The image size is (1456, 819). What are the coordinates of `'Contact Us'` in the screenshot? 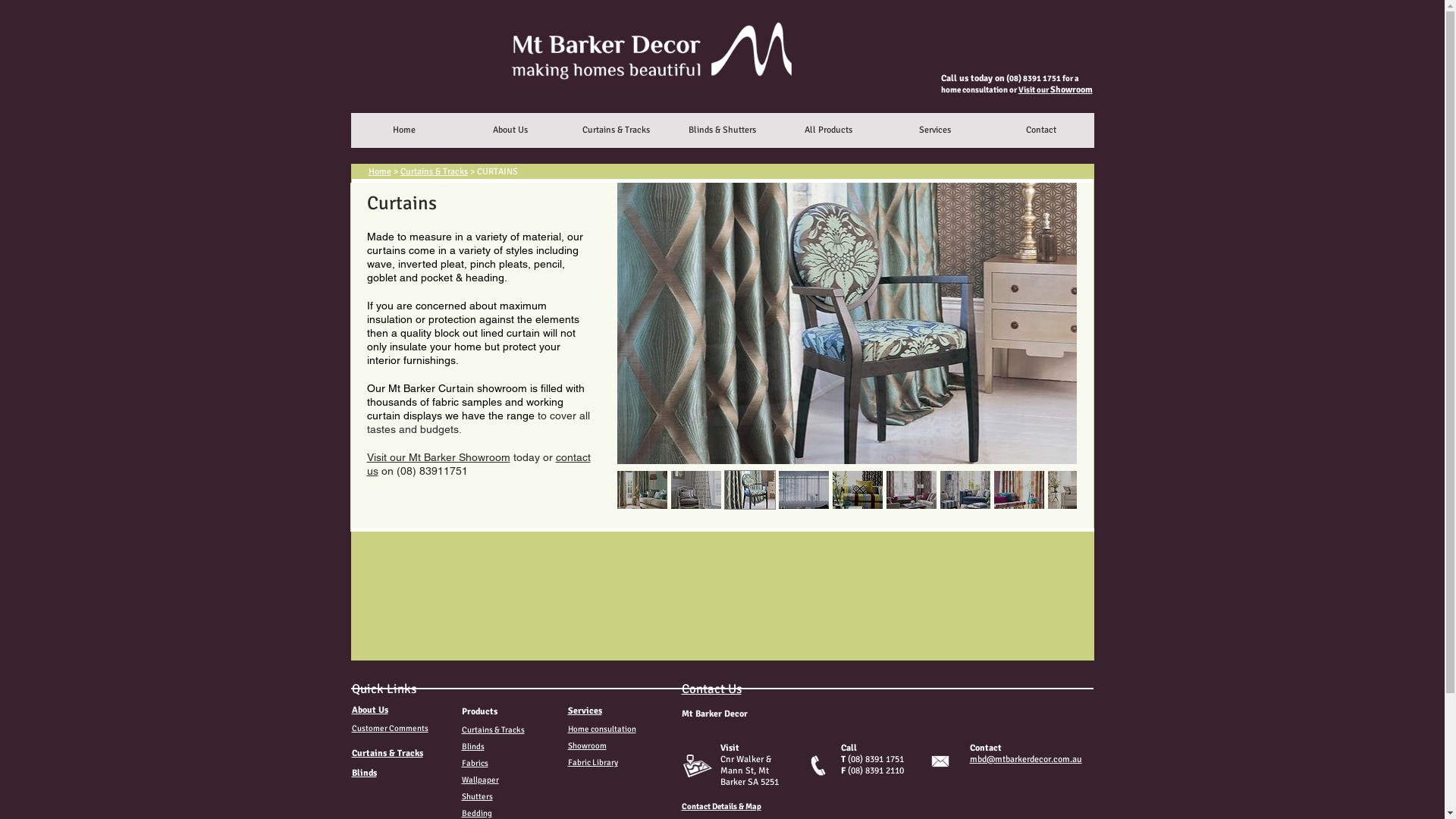 It's located at (710, 689).